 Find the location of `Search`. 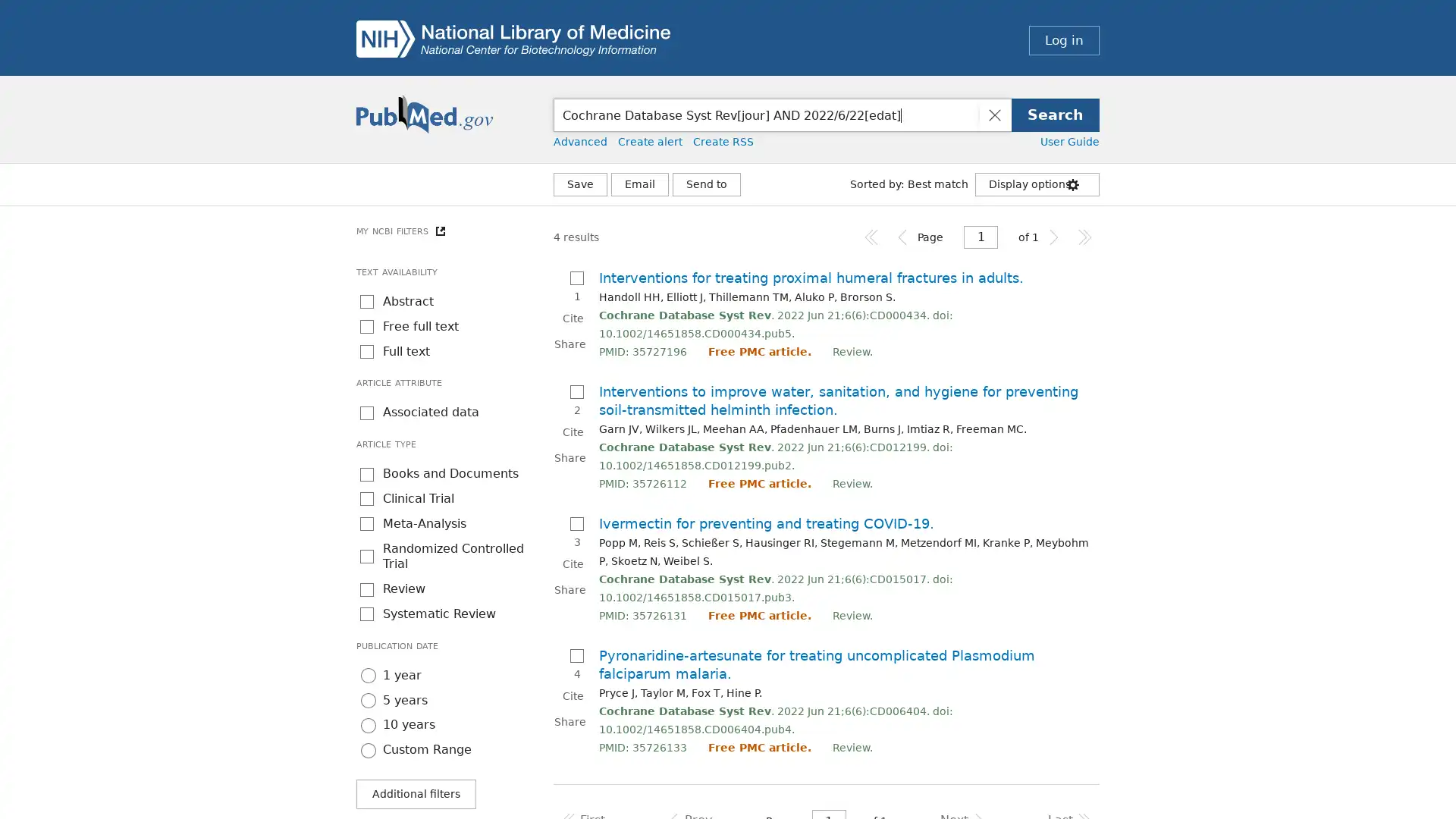

Search is located at coordinates (1055, 114).